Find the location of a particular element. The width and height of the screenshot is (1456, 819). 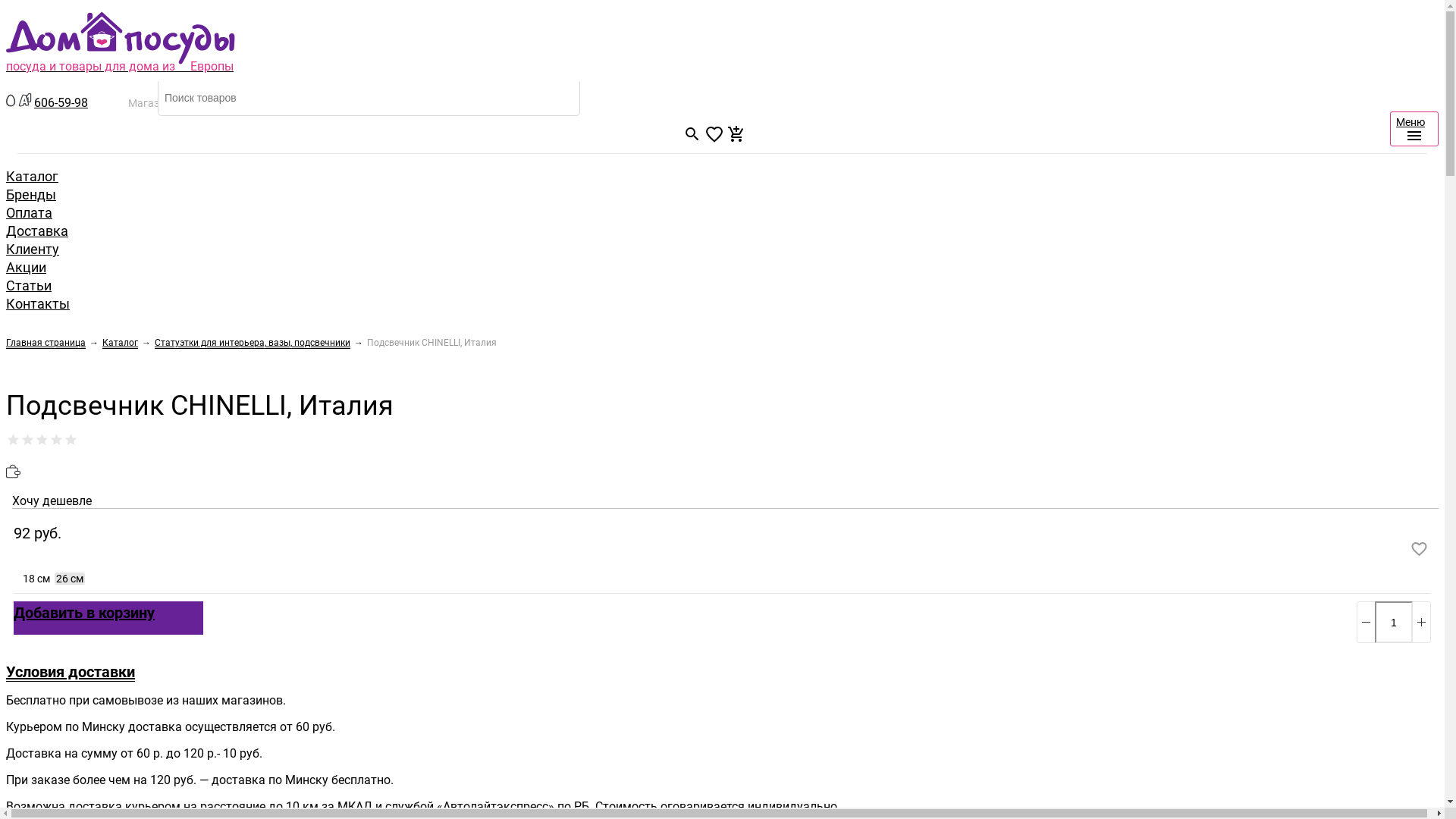

'606-59-98' is located at coordinates (61, 102).